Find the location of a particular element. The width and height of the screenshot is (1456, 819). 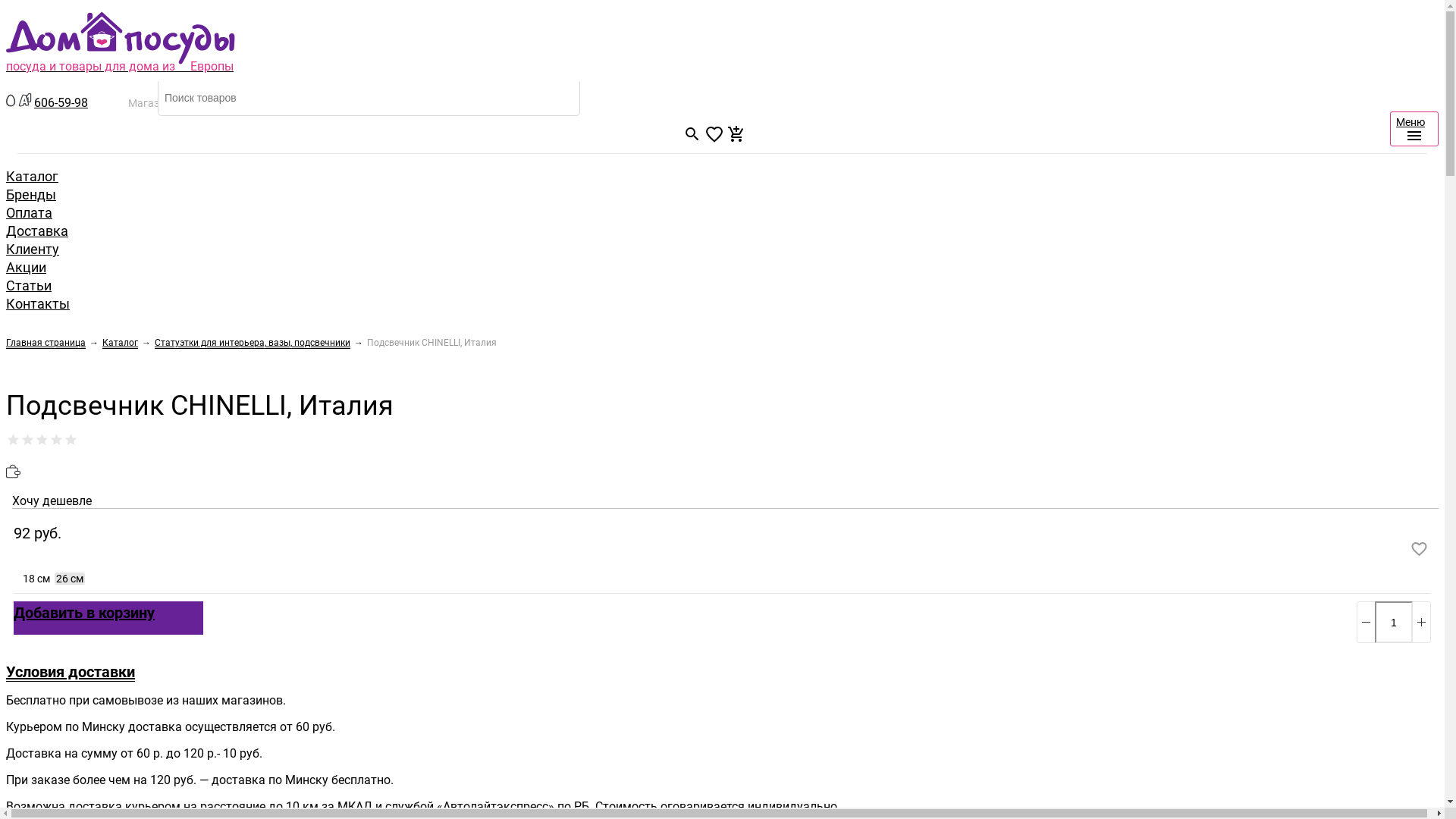

'606-59-98' is located at coordinates (61, 102).